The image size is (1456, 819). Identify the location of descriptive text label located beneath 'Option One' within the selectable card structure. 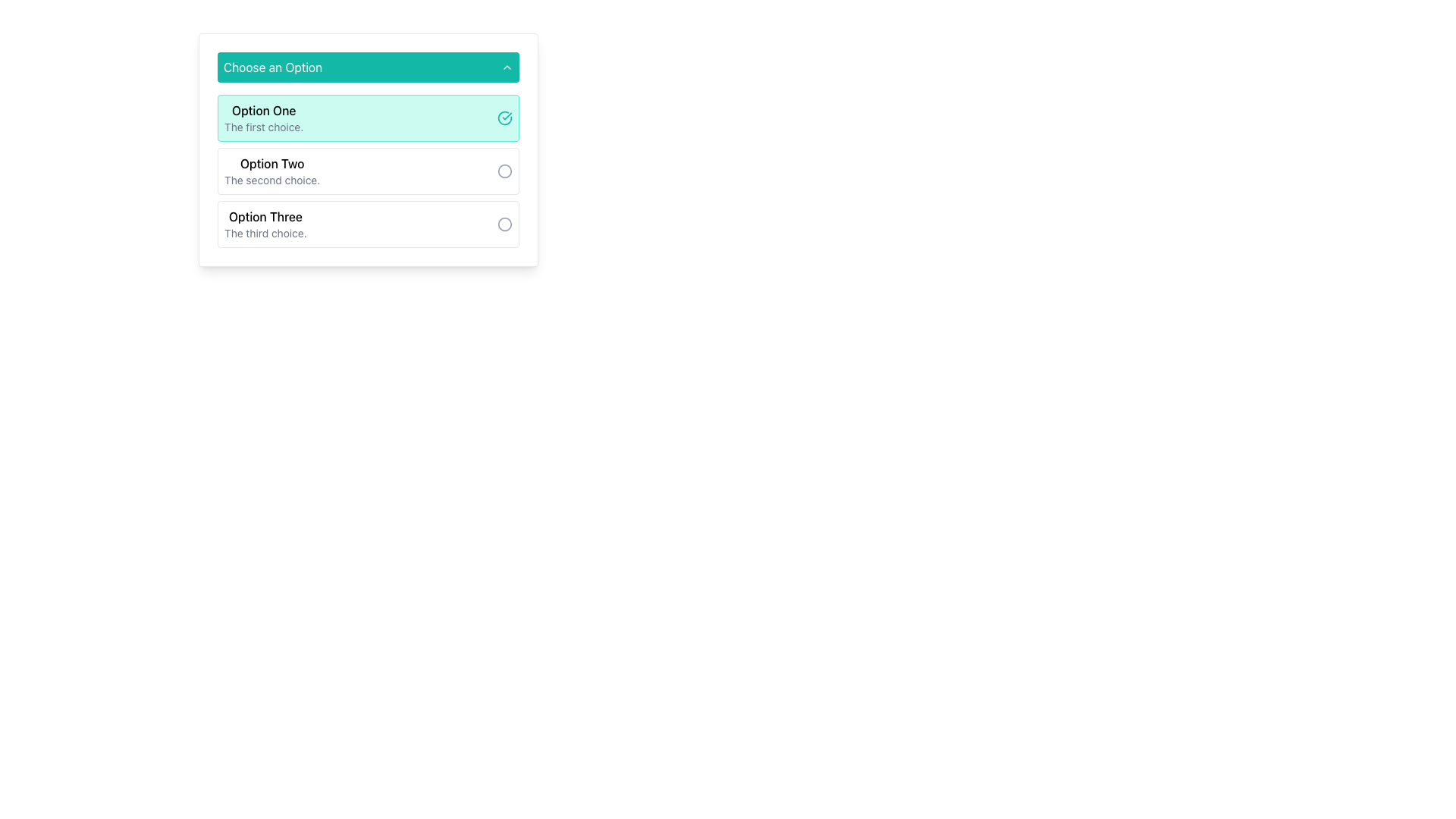
(264, 127).